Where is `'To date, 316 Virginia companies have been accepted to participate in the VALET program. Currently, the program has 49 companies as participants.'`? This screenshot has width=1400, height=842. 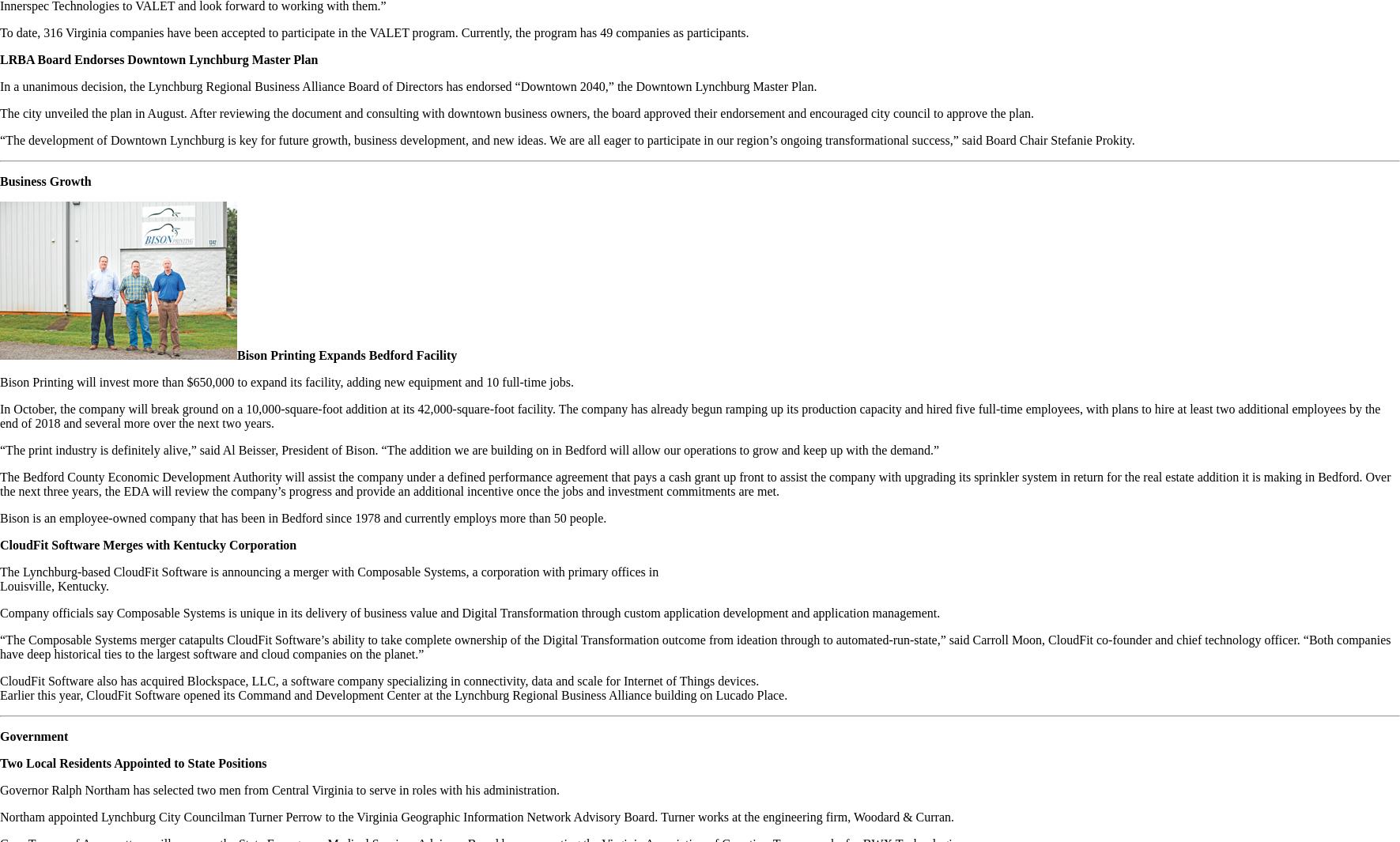
'To date, 316 Virginia companies have been accepted to participate in the VALET program. Currently, the program has 49 companies as participants.' is located at coordinates (374, 32).